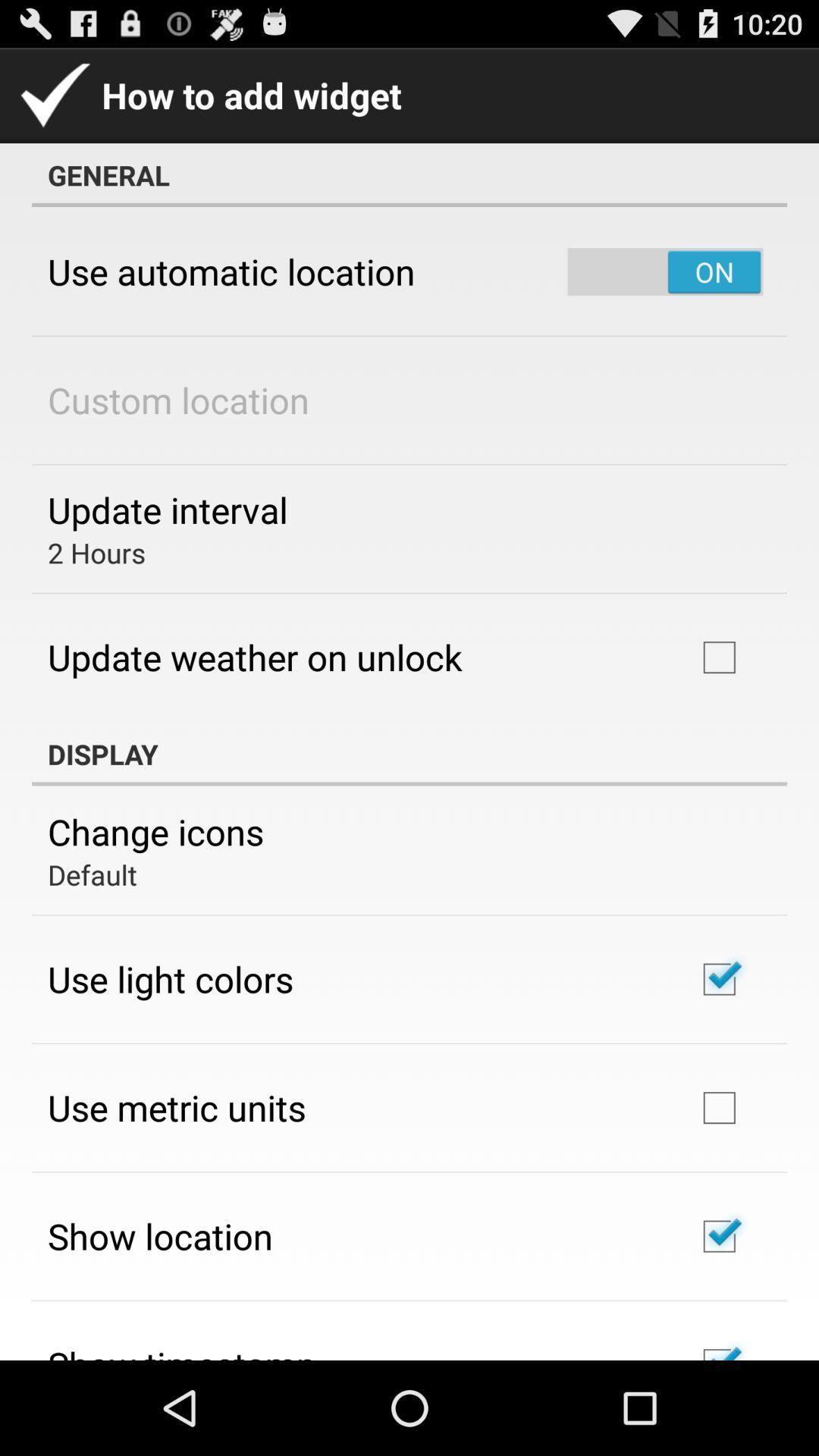 The height and width of the screenshot is (1456, 819). Describe the element at coordinates (180, 1350) in the screenshot. I see `show timestamp icon` at that location.